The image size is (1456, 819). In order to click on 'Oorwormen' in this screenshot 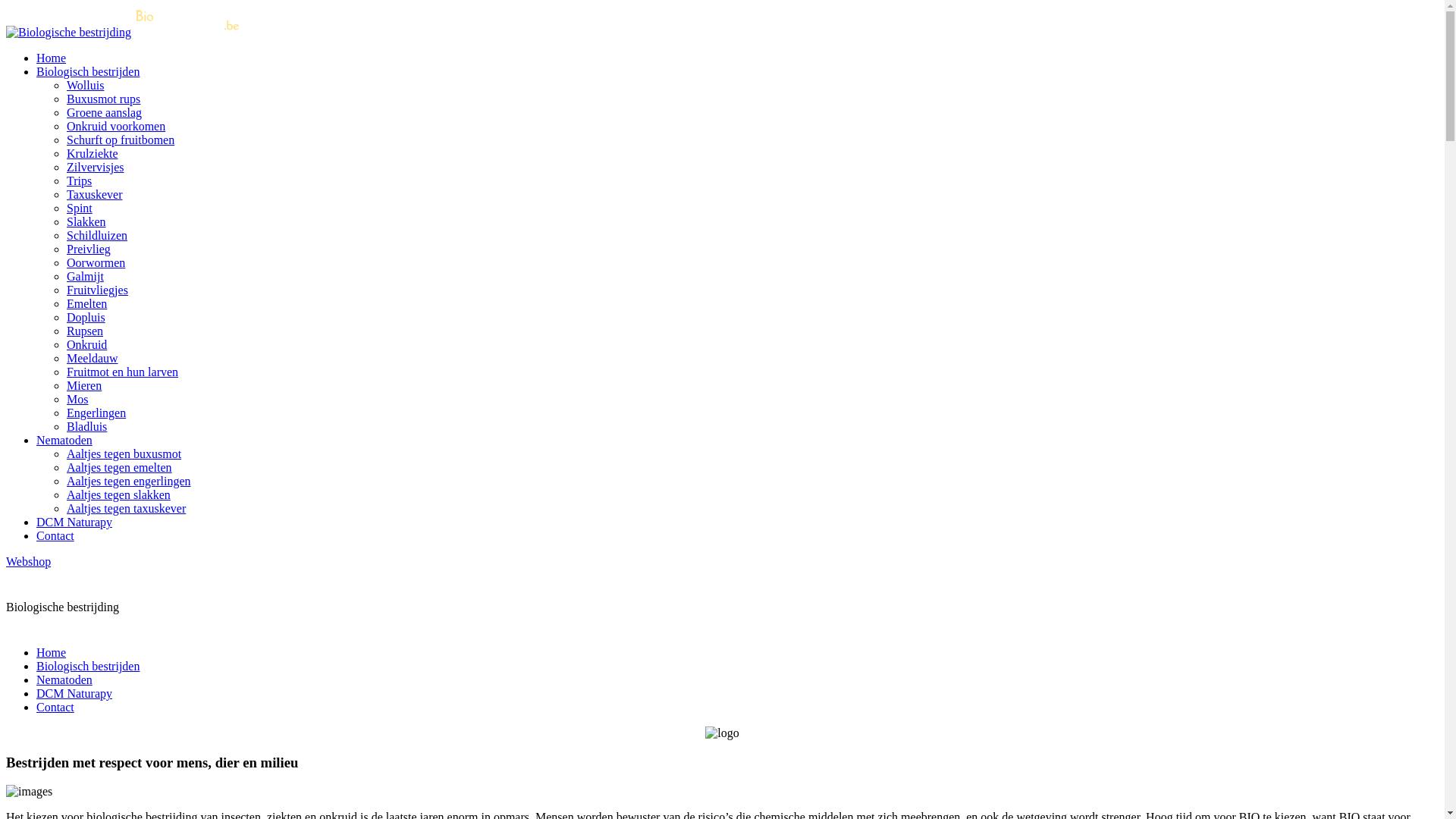, I will do `click(65, 262)`.